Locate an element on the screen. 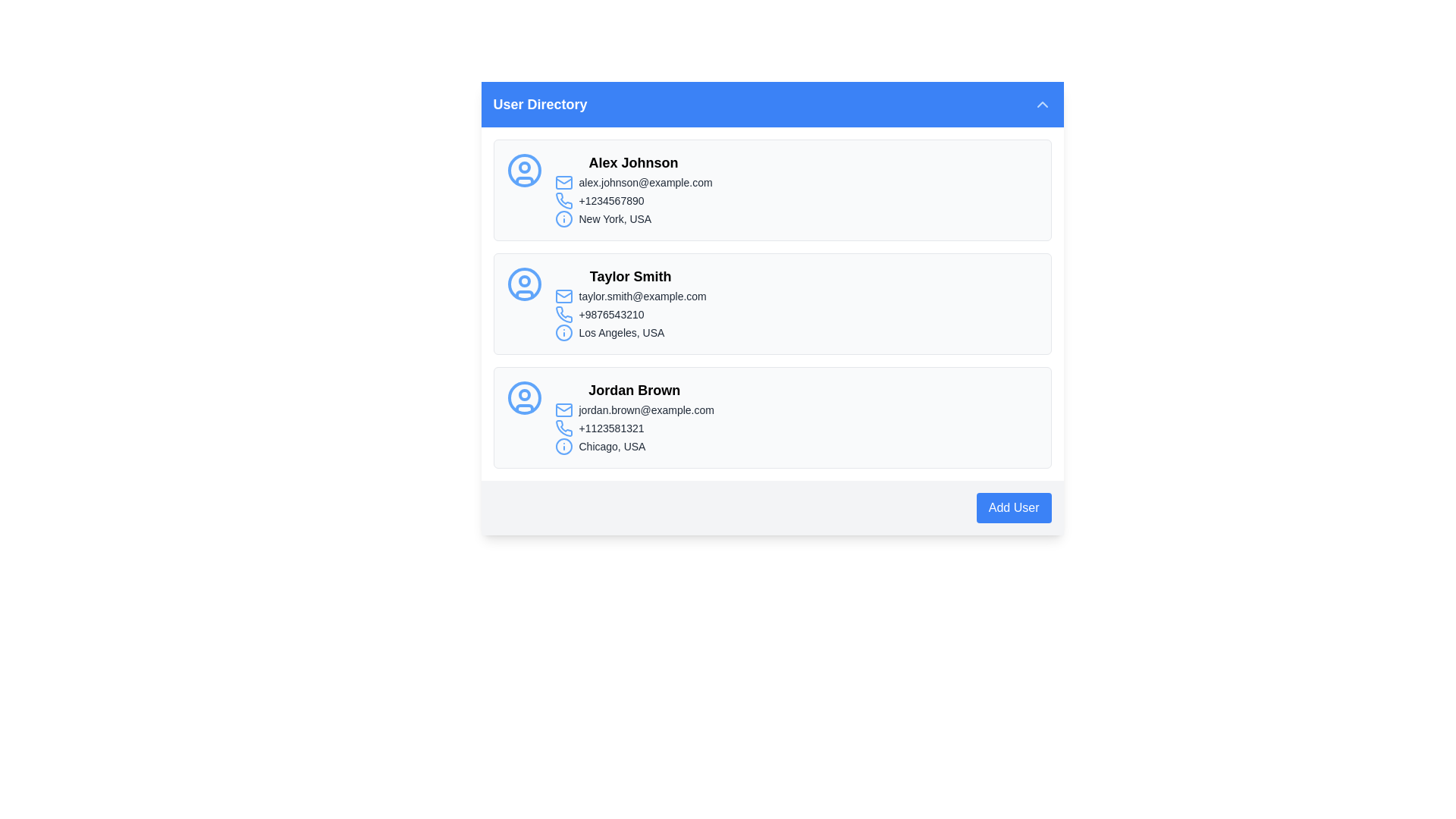 The width and height of the screenshot is (1456, 819). the blue outlined SVG circle graphic next to Taylor Smith's phone number in the User Directory panel is located at coordinates (563, 332).